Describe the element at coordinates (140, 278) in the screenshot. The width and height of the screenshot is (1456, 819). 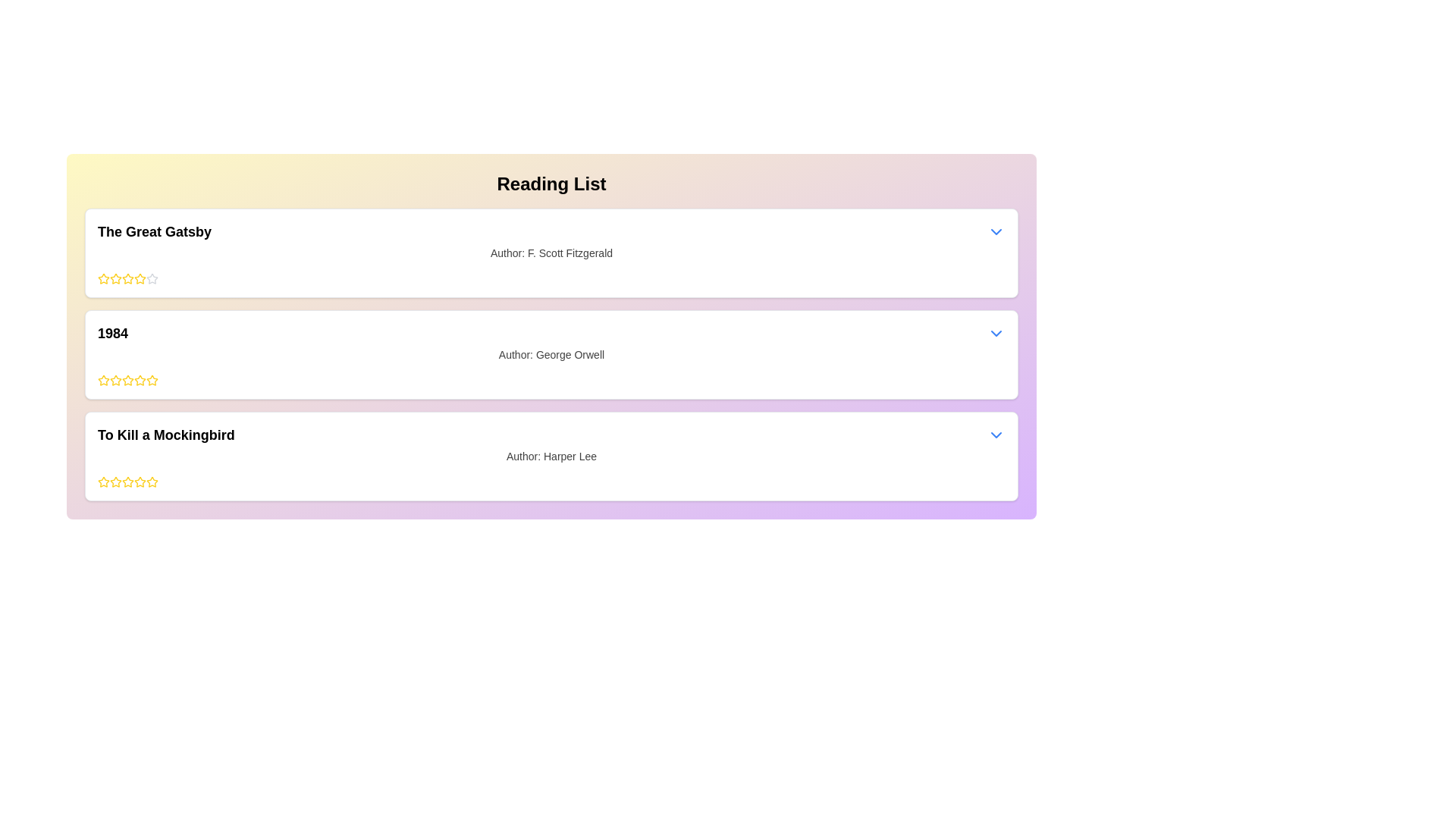
I see `the yellow star icon, which is the second star in the rating component under the title 'The Great Gatsby' in the 'Reading List' section` at that location.